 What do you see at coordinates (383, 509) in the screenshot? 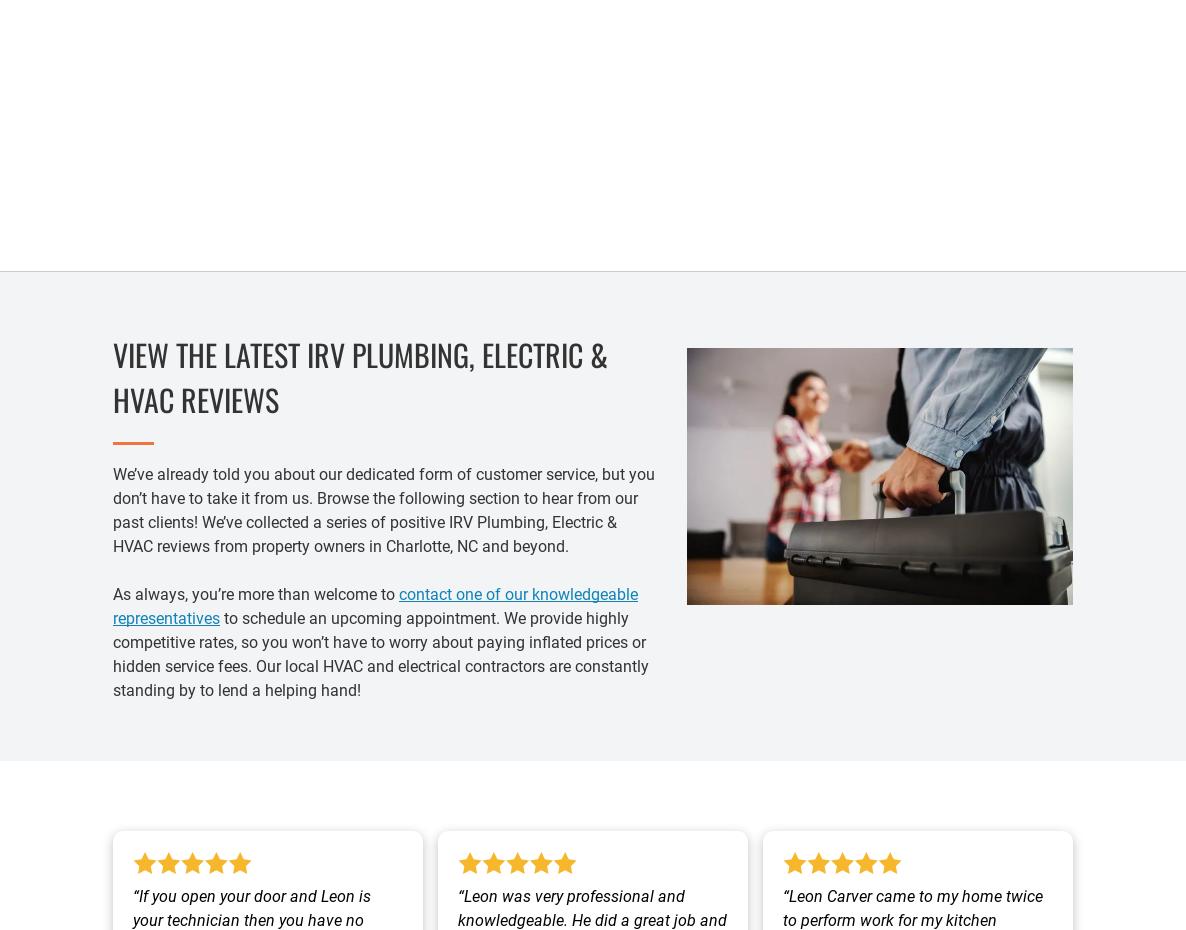
I see `'We’ve already told you about our dedicated form of customer service, but you don’t have to take it from us. Browse the following section to hear from our past clients! We’ve collected a series of positive IRV Plumbing, Electric & HVAC reviews from property owners in Charlotte, NC and beyond.'` at bounding box center [383, 509].